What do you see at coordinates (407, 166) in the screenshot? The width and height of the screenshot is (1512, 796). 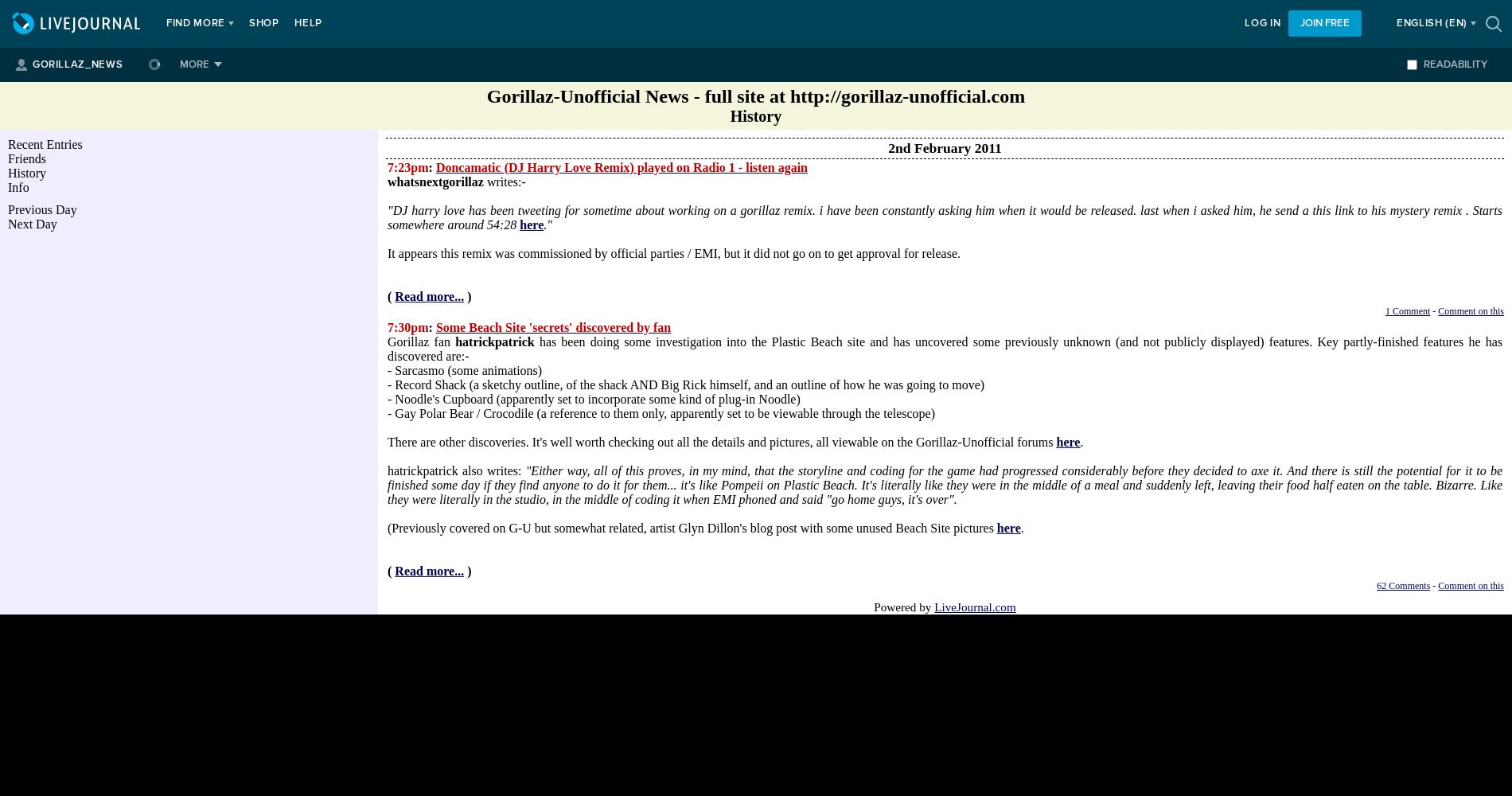 I see `'7:23pm'` at bounding box center [407, 166].